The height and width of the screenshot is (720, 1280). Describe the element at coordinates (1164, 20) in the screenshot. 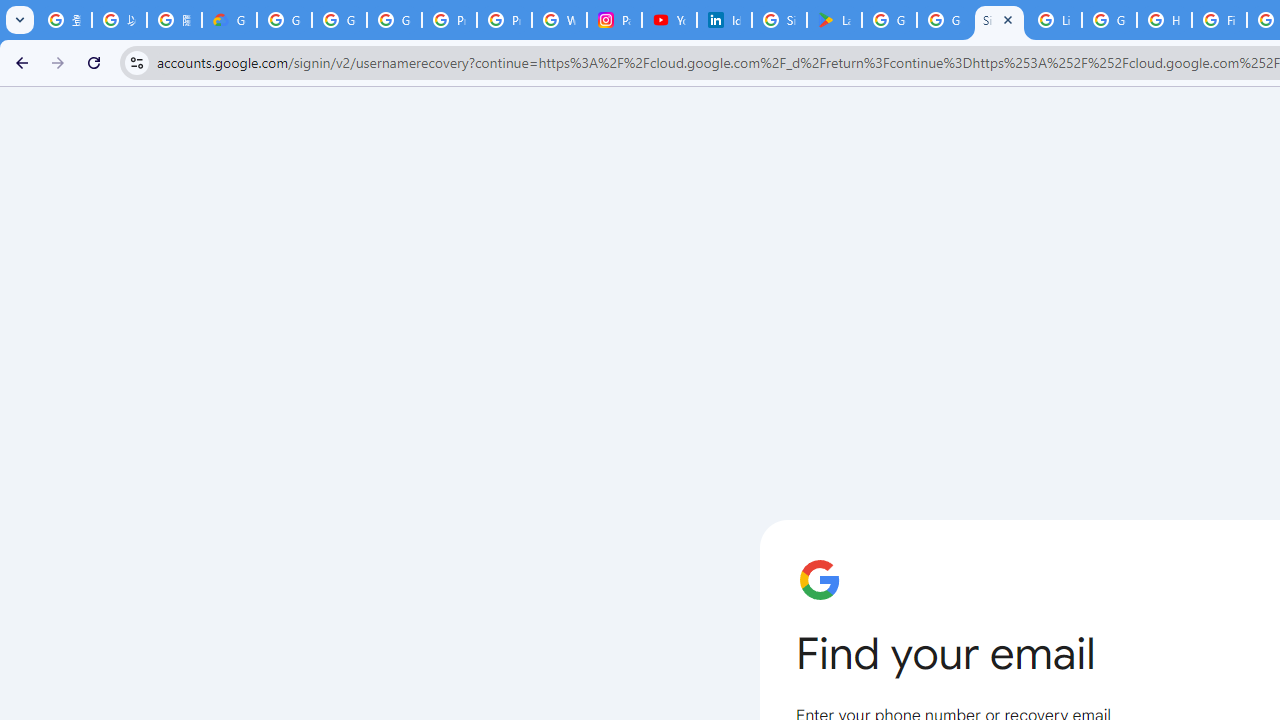

I see `'How do I create a new Google Account? - Google Account Help'` at that location.